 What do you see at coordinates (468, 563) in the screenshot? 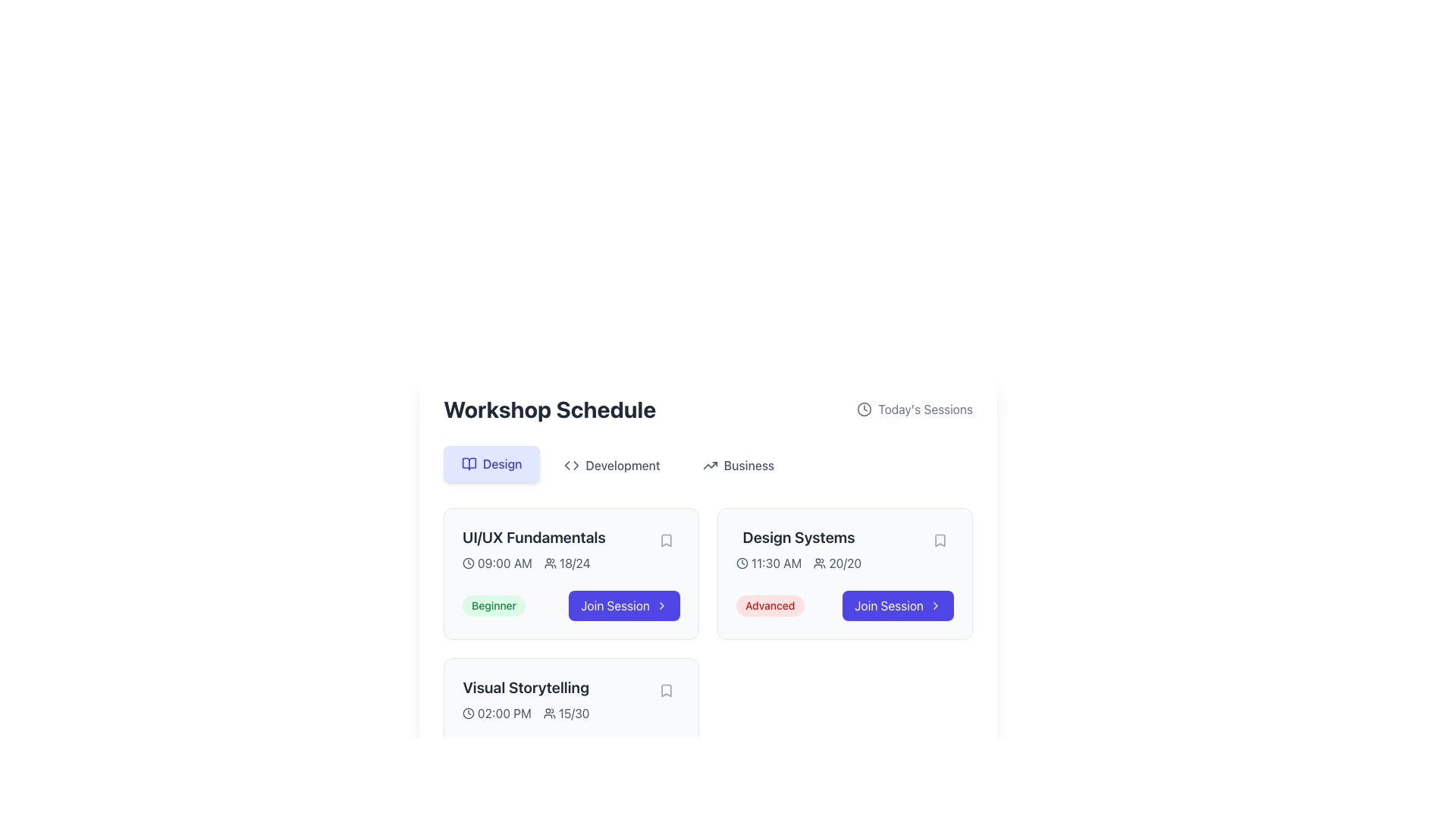
I see `the small clock icon, which is a static decorative element located to the left of the '09:00 AM' text in the 'UI/UX Fundamentals' session card` at bounding box center [468, 563].